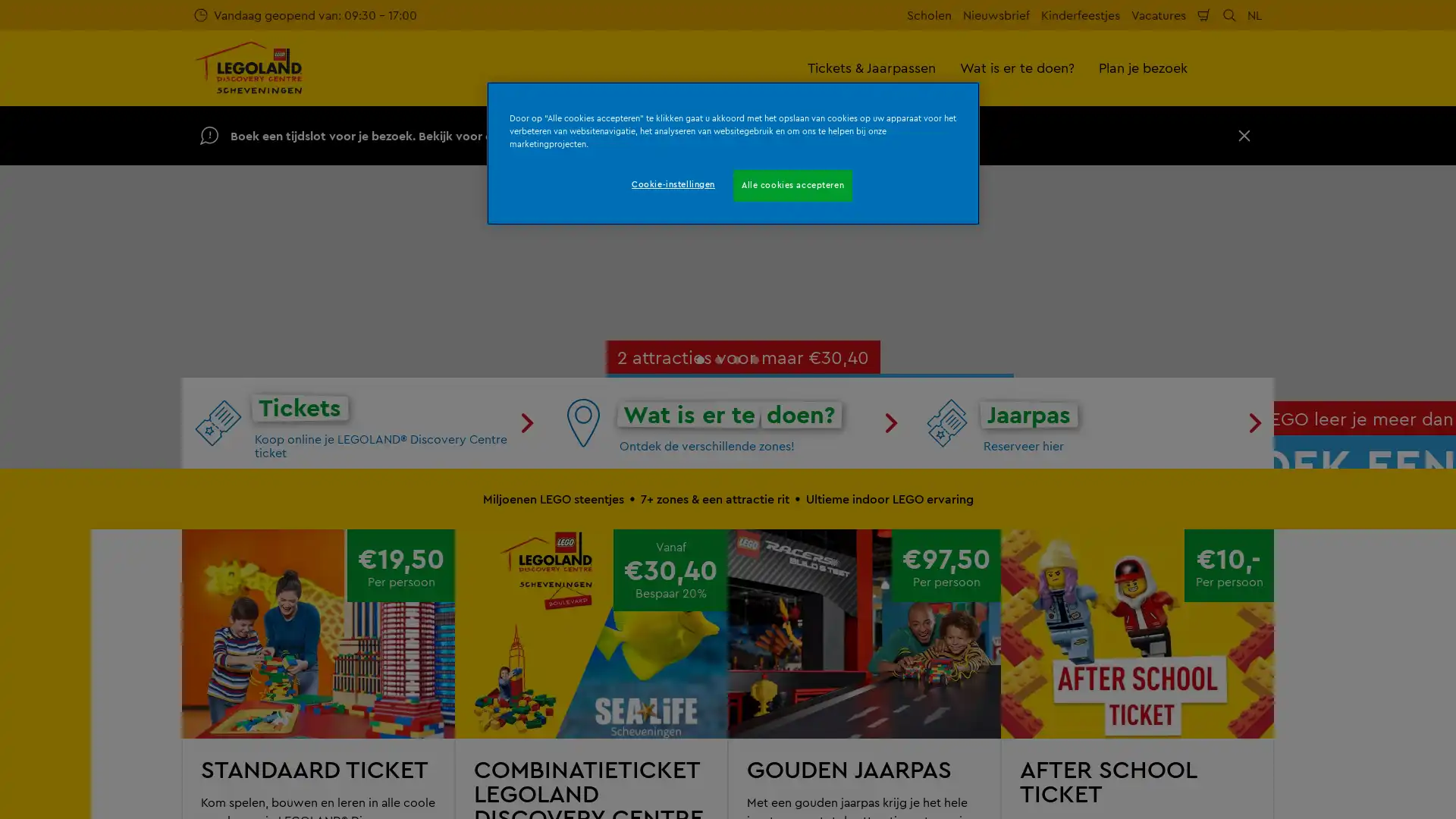 The height and width of the screenshot is (819, 1456). Describe the element at coordinates (736, 646) in the screenshot. I see `Go to slide 3` at that location.